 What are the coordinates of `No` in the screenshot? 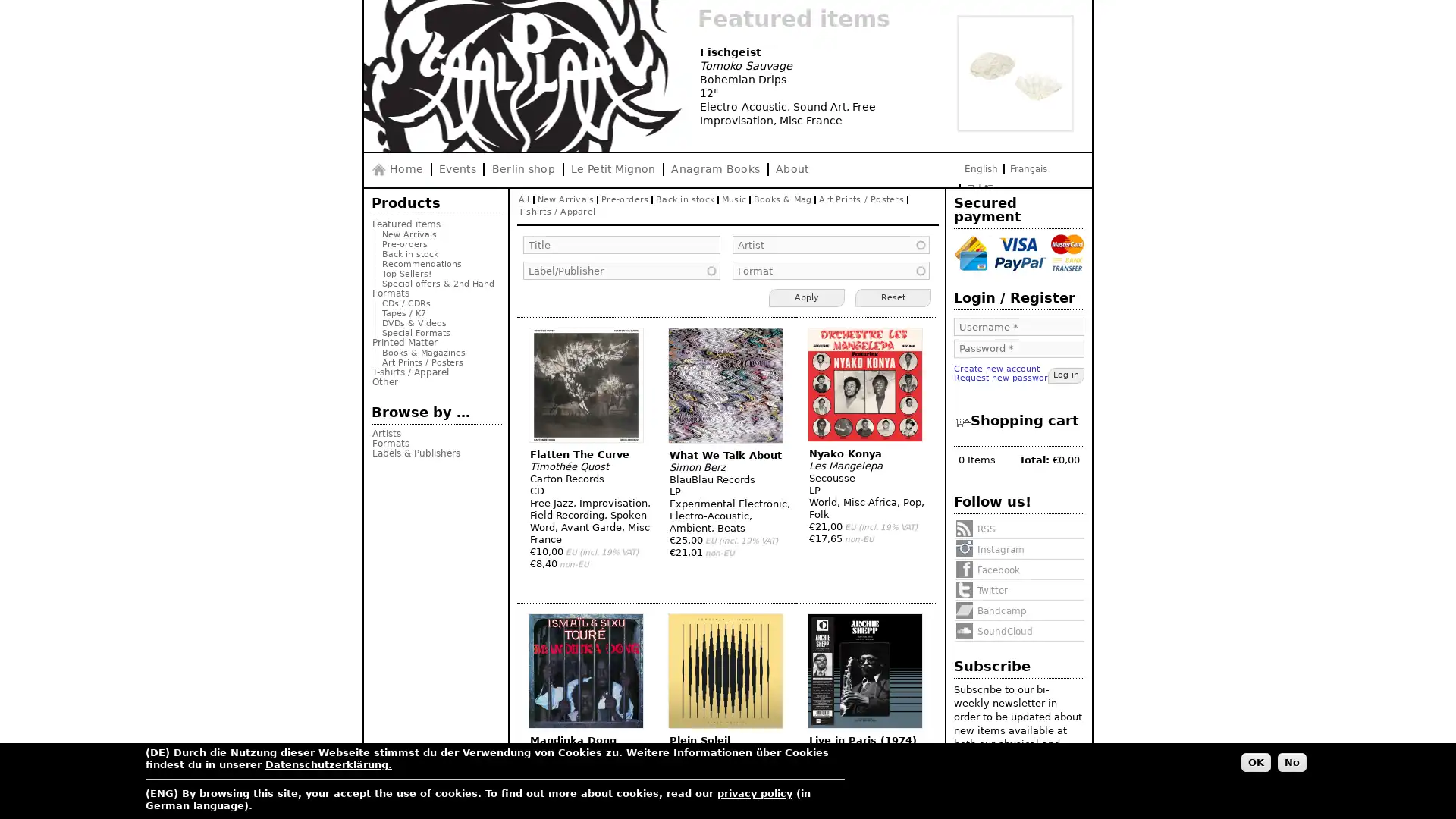 It's located at (1291, 762).